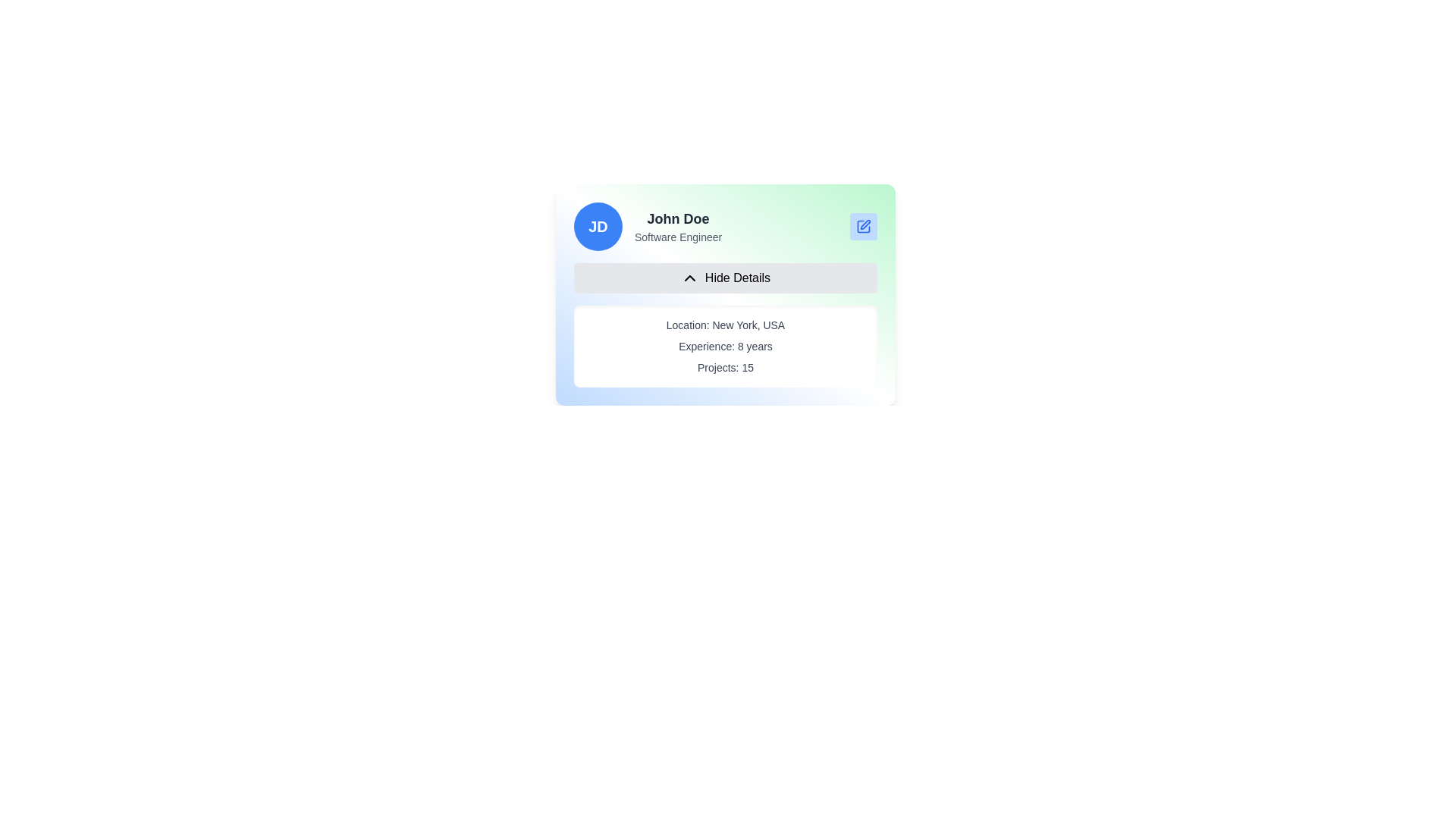 The width and height of the screenshot is (1456, 819). I want to click on the small upward-pointing chevron icon located within the 'Hide Details' button, so click(689, 278).